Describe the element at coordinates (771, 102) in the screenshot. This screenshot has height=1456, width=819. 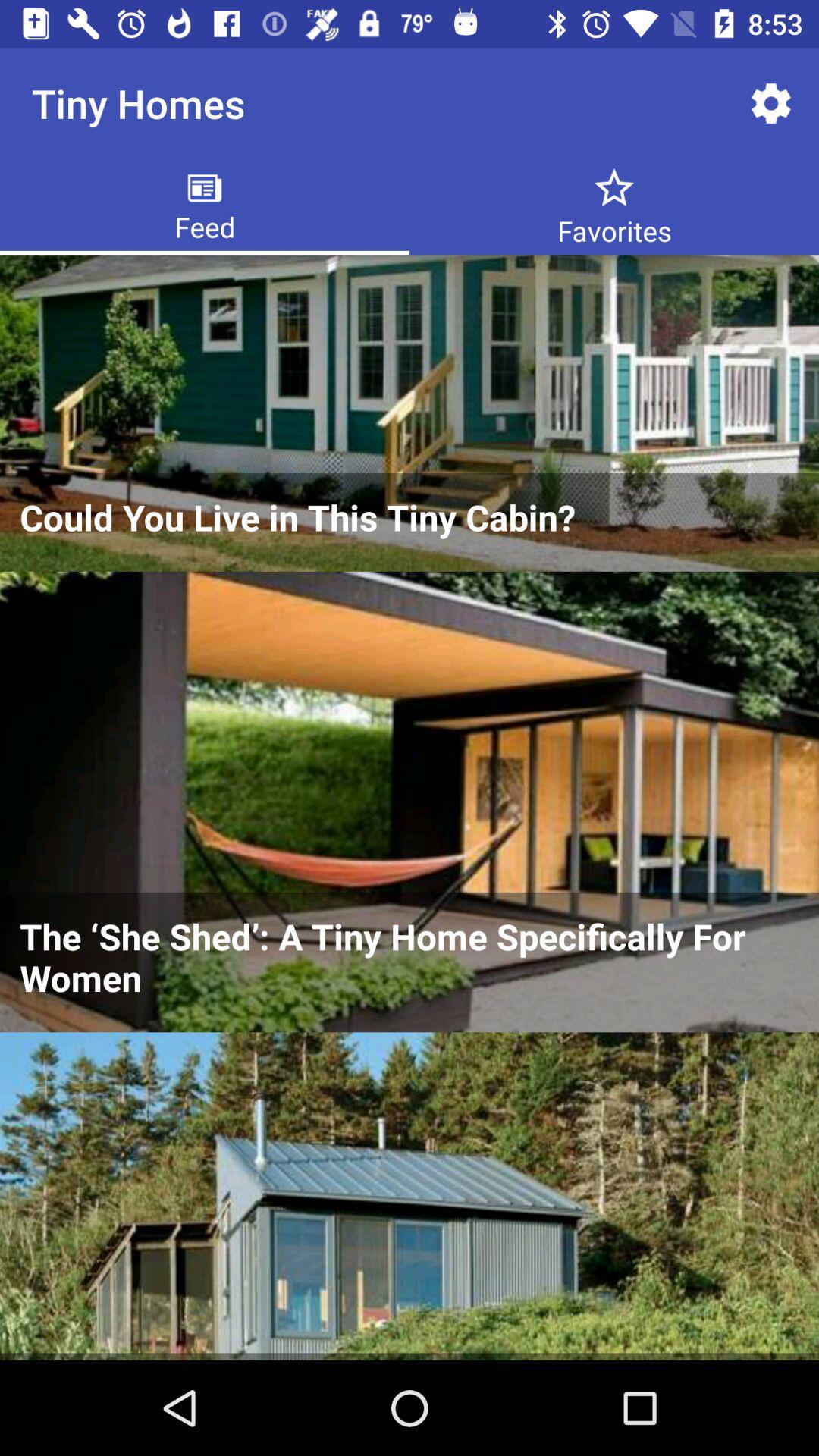
I see `the icon next to tiny homes item` at that location.